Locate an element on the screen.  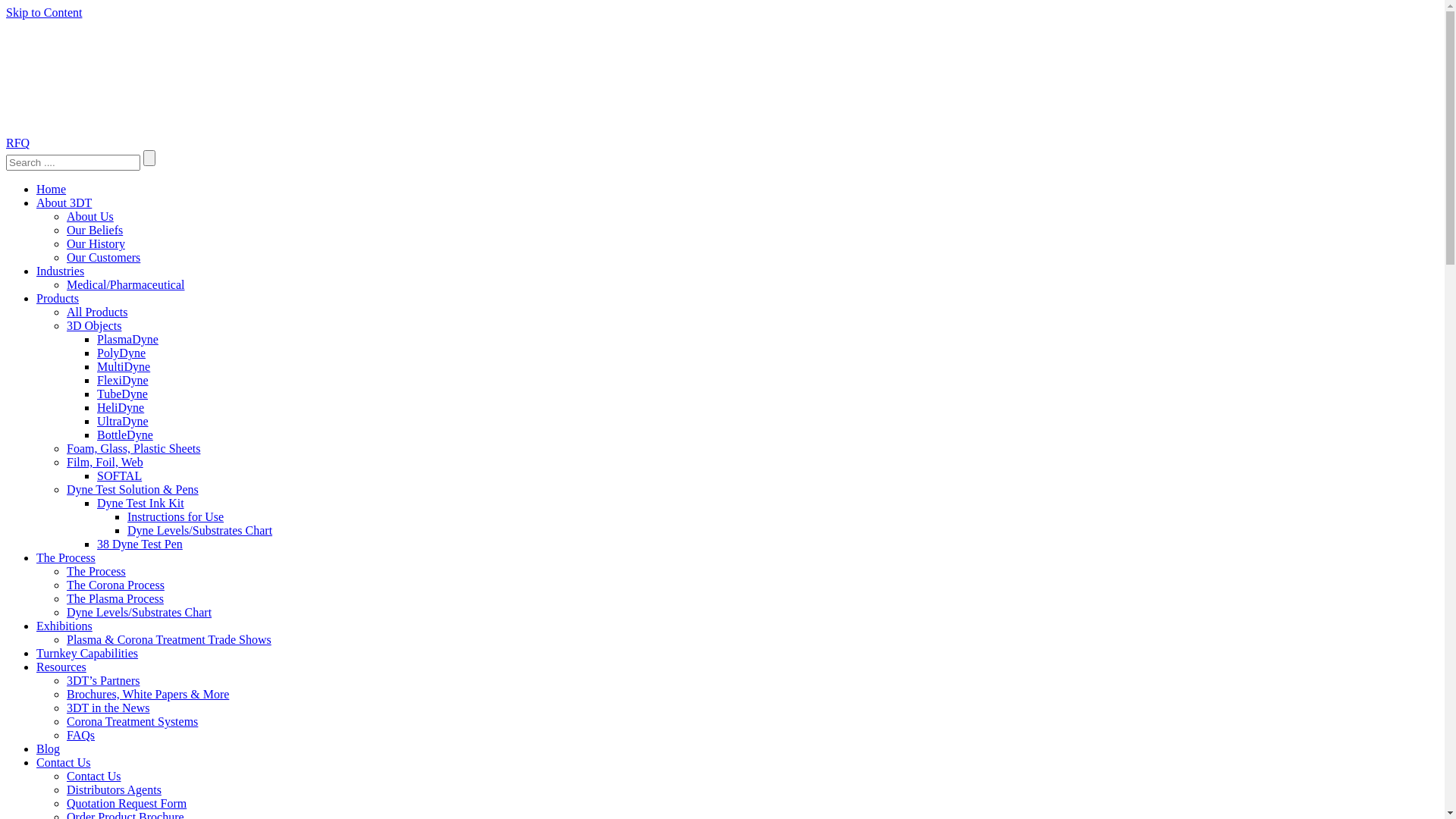
'Dyne Levels/Substrates Chart' is located at coordinates (199, 529).